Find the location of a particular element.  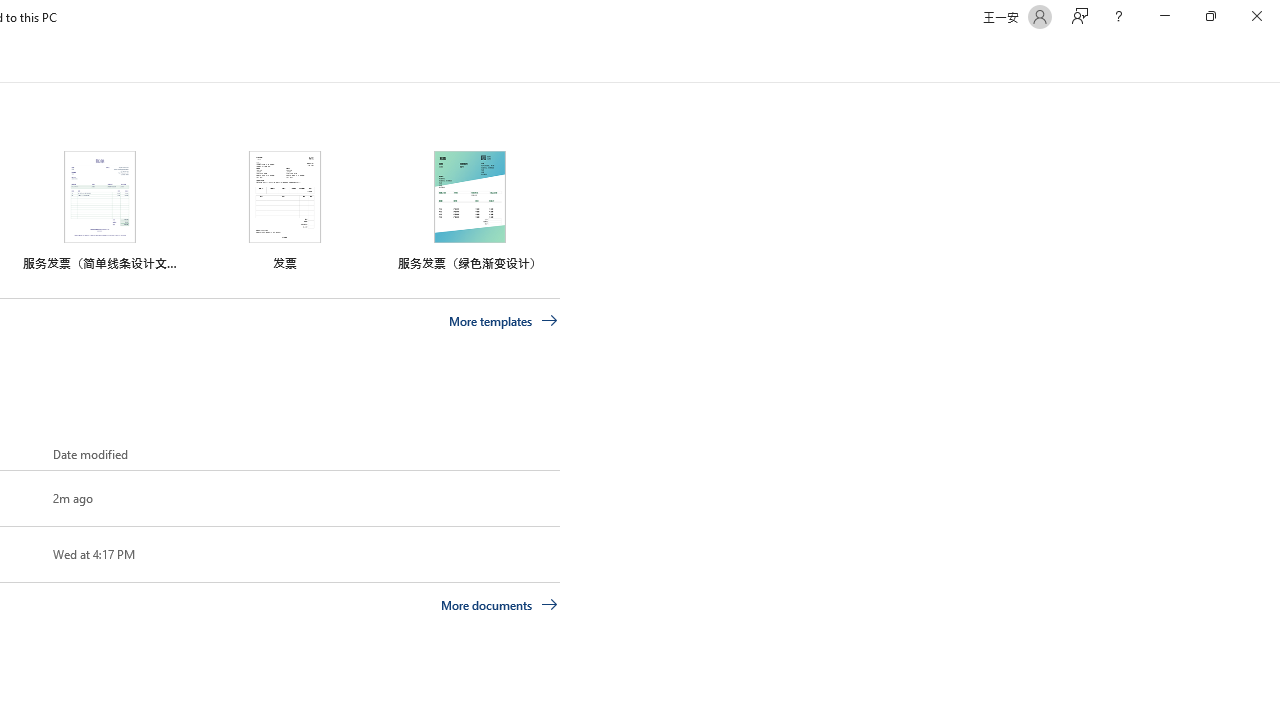

'More documents' is located at coordinates (499, 603).